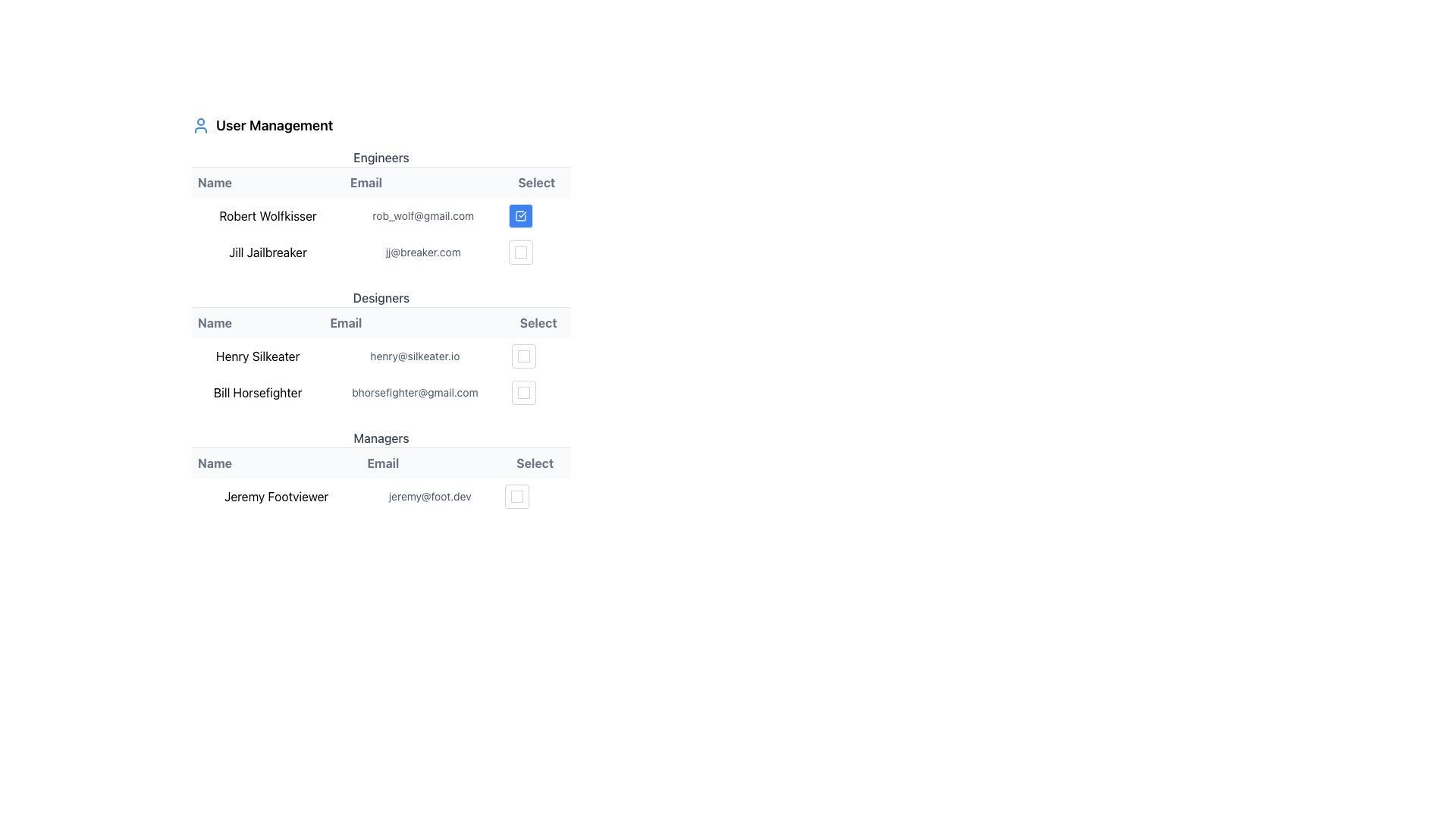 This screenshot has width=1456, height=819. What do you see at coordinates (524, 391) in the screenshot?
I see `the checkbox in the 'Select' column of the 'Designers' section corresponding to the user 'Bill Horsefighter'` at bounding box center [524, 391].